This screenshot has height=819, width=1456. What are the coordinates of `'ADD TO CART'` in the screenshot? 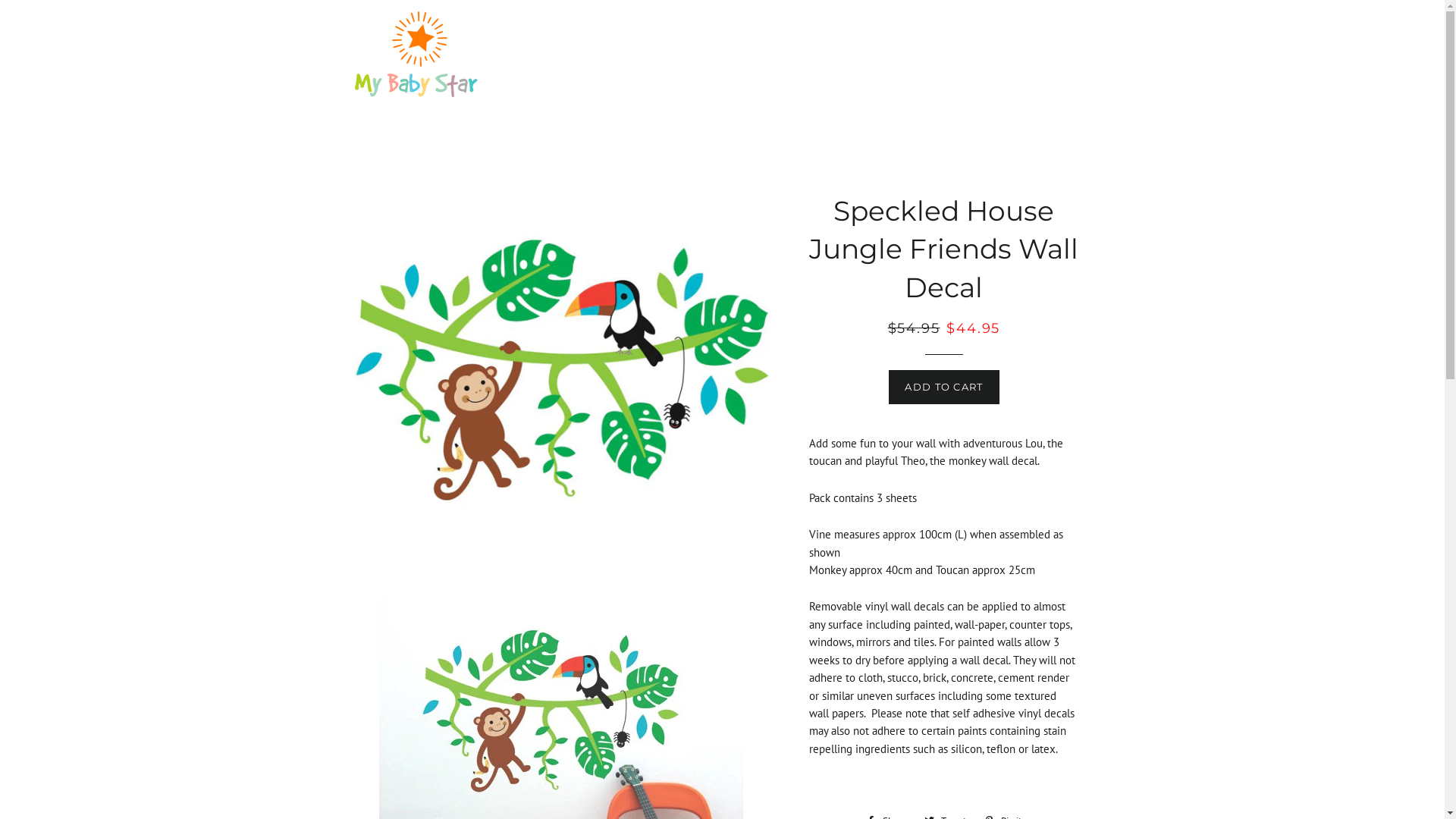 It's located at (943, 385).